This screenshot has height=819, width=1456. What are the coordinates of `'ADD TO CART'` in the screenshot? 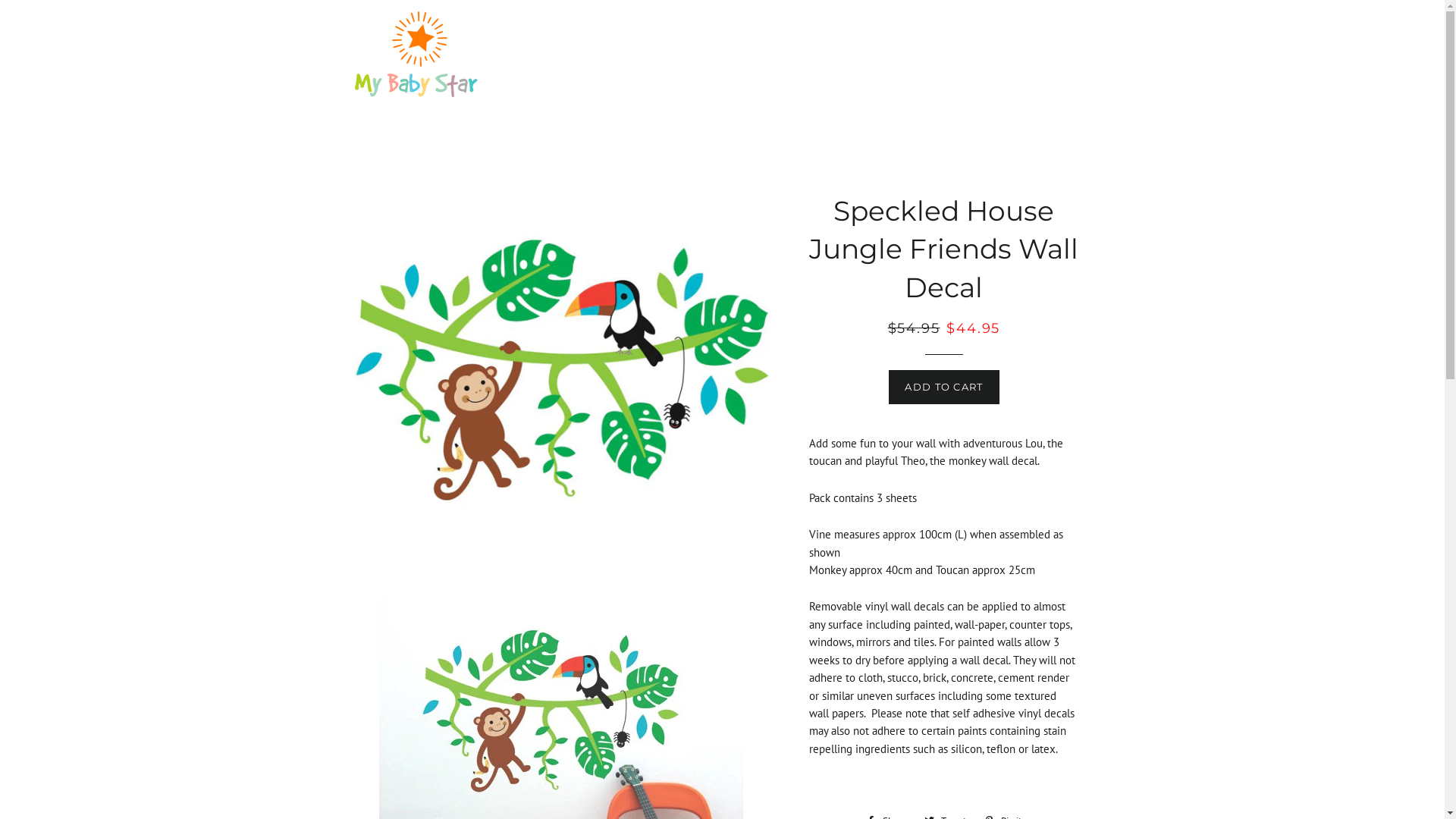 It's located at (943, 385).